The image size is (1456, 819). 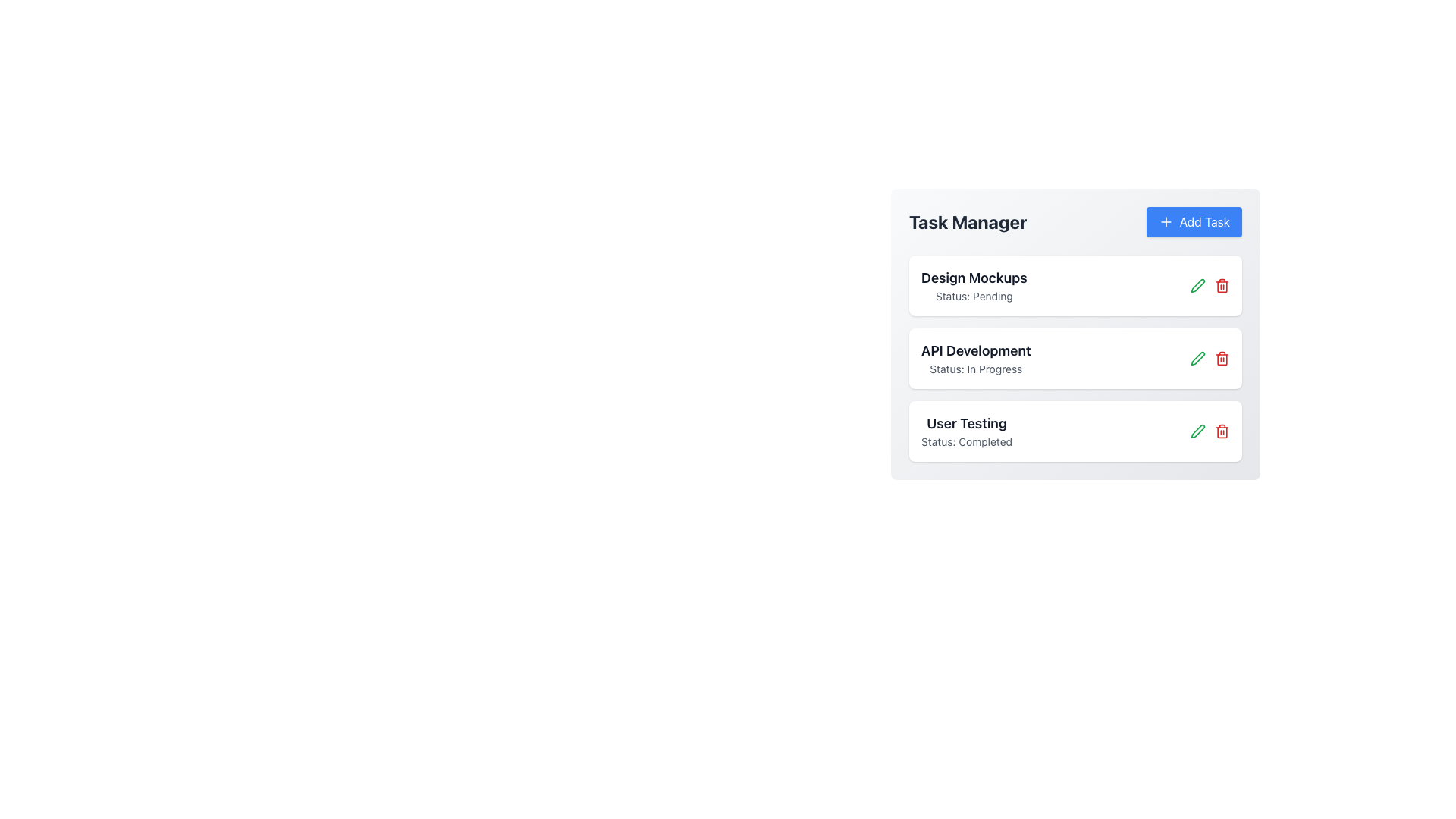 What do you see at coordinates (966, 441) in the screenshot?
I see `the static text label that indicates the completion status of the 'User Testing' task, located below the 'User Testing' label in the task card` at bounding box center [966, 441].